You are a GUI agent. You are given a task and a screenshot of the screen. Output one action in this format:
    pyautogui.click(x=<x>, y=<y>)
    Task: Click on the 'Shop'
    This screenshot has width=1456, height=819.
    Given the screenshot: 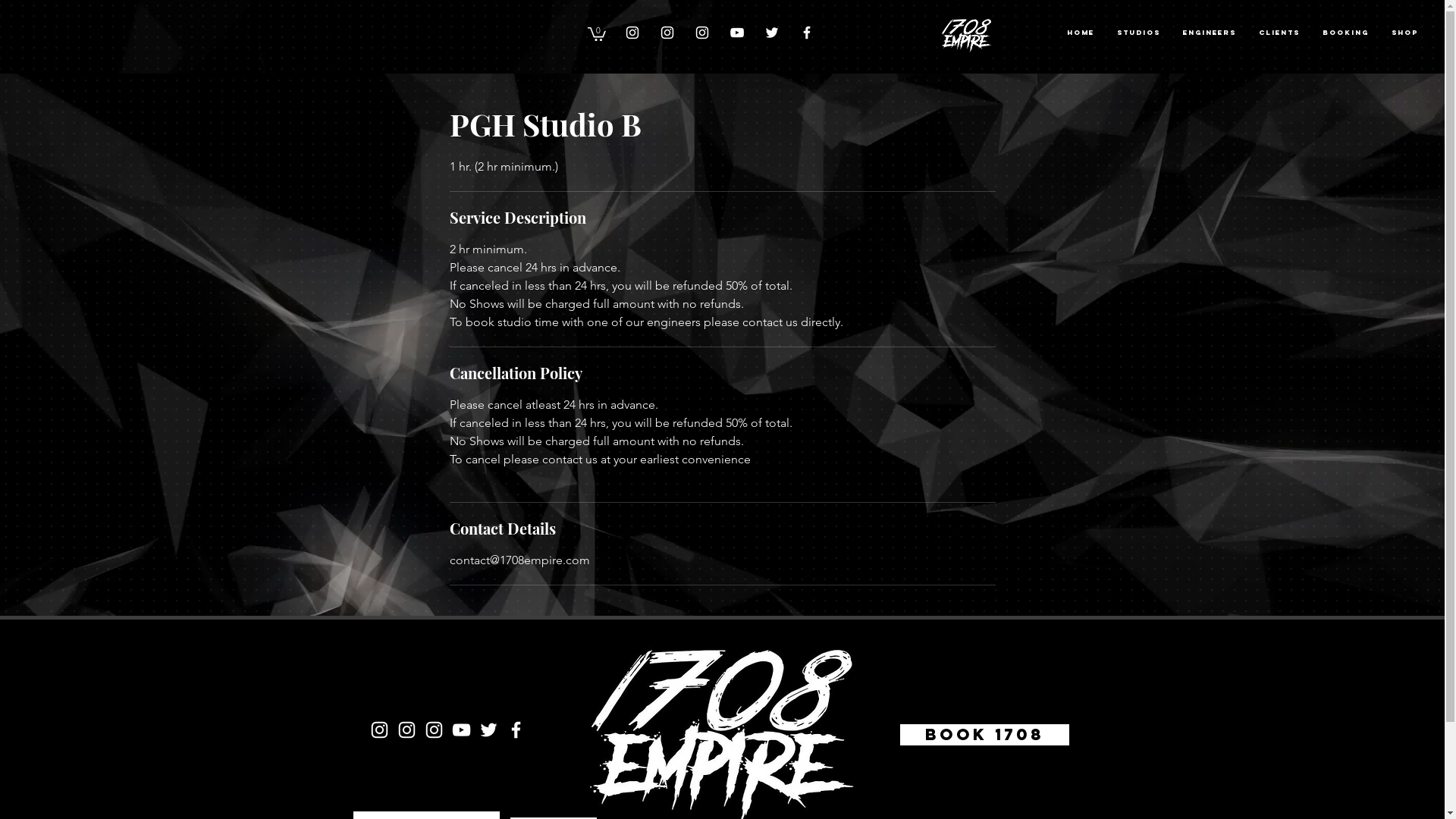 What is the action you would take?
    pyautogui.click(x=1404, y=32)
    